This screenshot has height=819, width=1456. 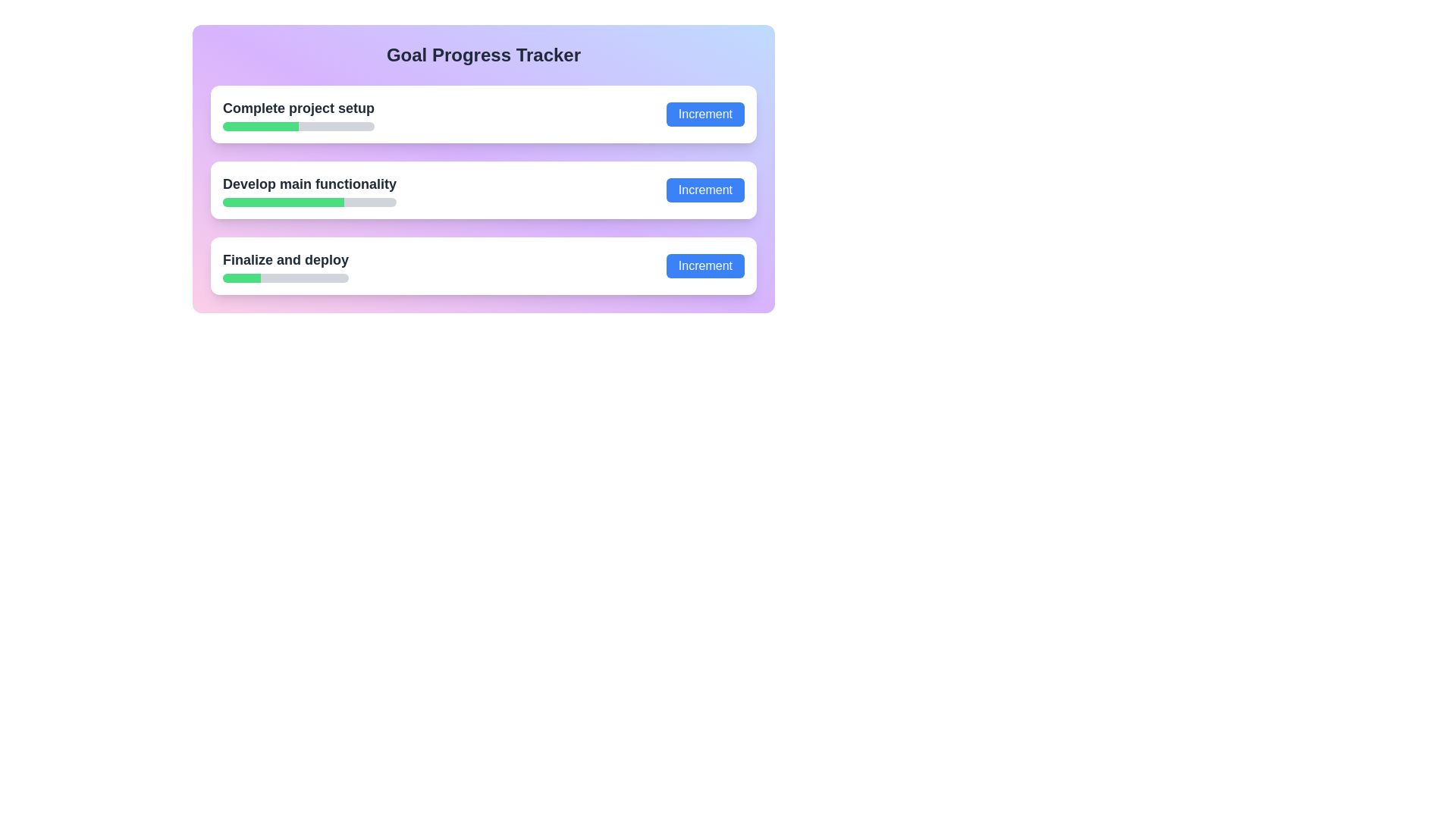 What do you see at coordinates (286, 265) in the screenshot?
I see `the Progress indicator for the task 'Finalize and deploy' in the Goal Progress Tracker, which is the third item in the list of progress tasks` at bounding box center [286, 265].